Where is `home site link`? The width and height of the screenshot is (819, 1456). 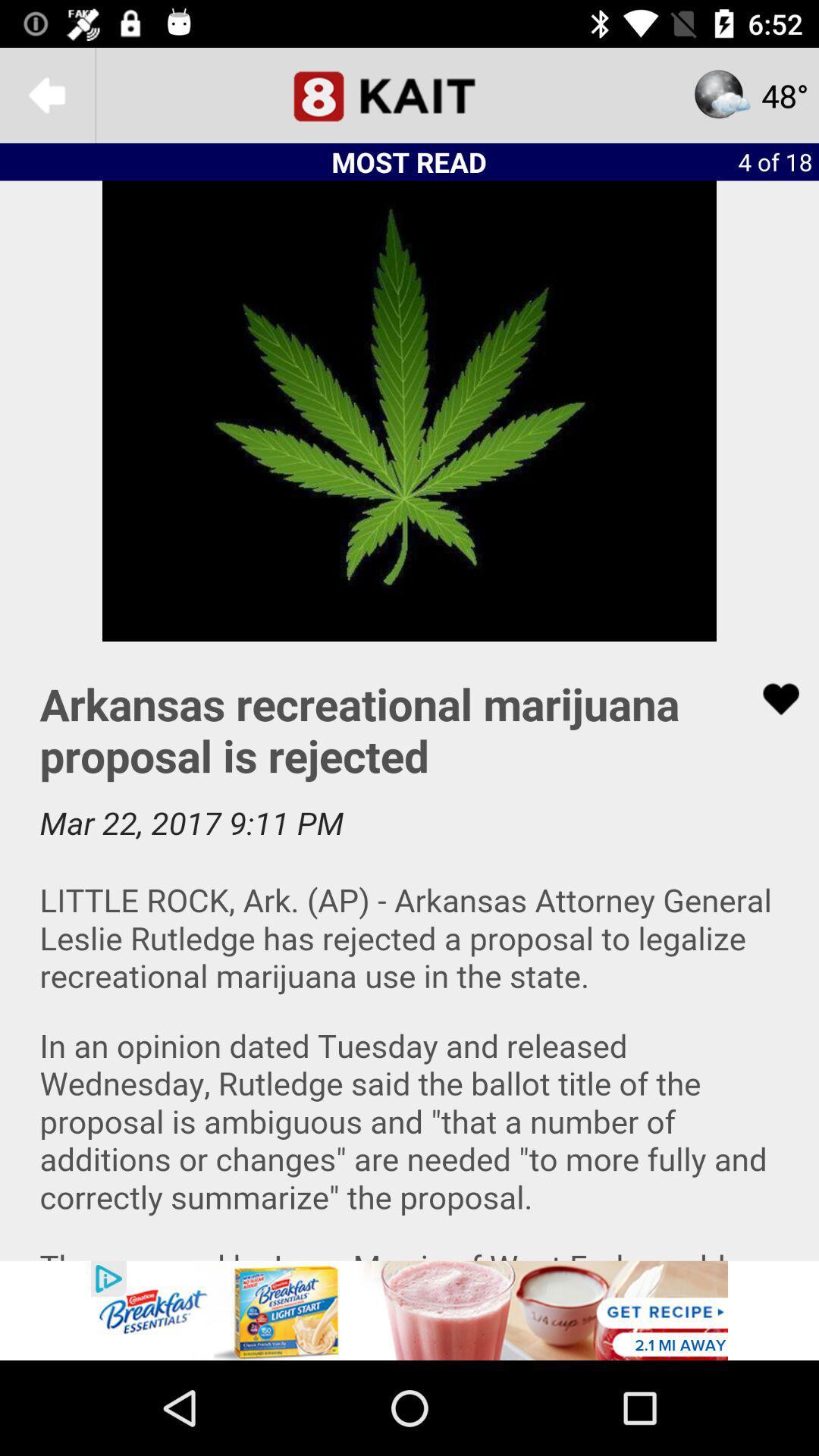
home site link is located at coordinates (409, 94).